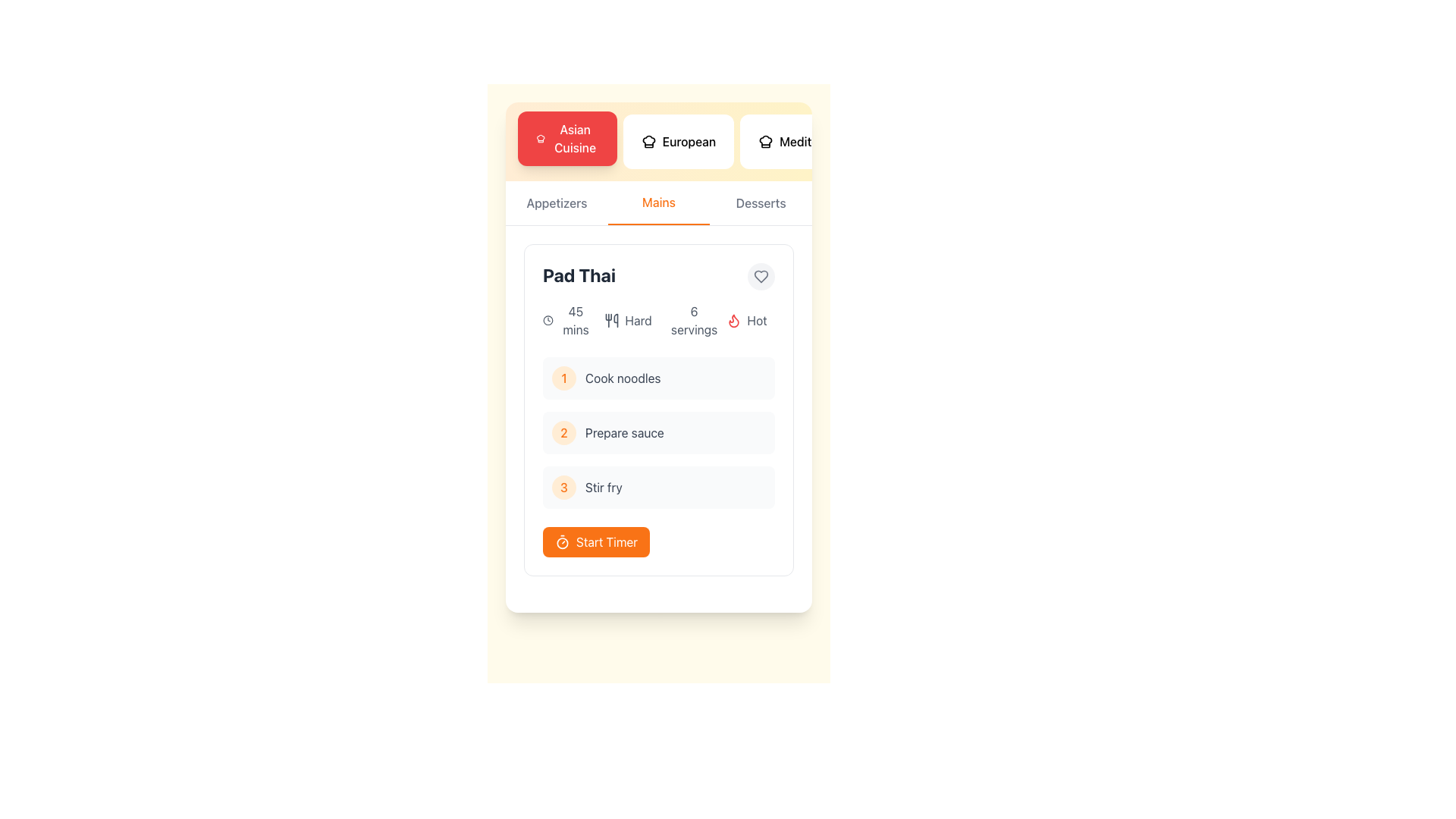 Image resolution: width=1456 pixels, height=819 pixels. I want to click on the 'Mediterranean' button, which is the rightmost button in a row of three, so click(809, 141).